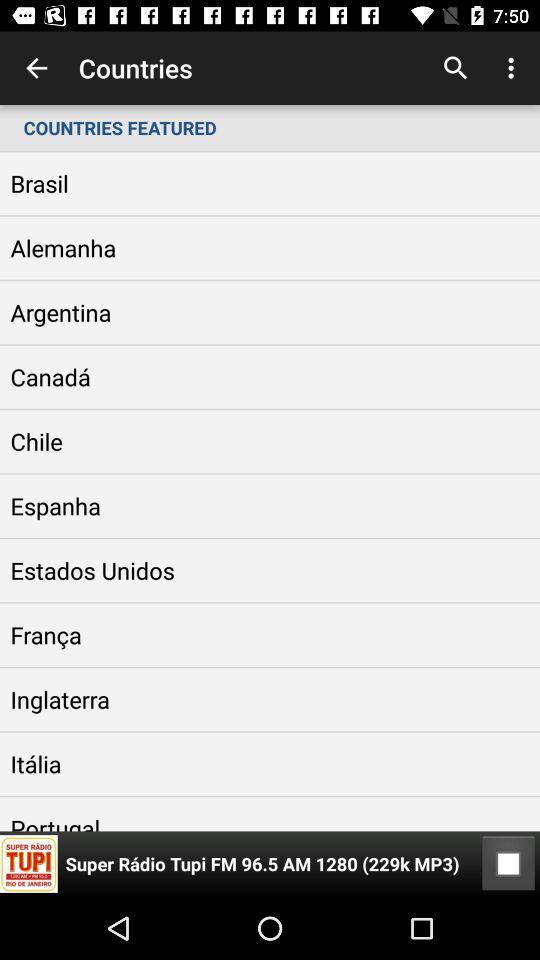 This screenshot has height=960, width=540. What do you see at coordinates (513, 68) in the screenshot?
I see `icon above the countries featured item` at bounding box center [513, 68].